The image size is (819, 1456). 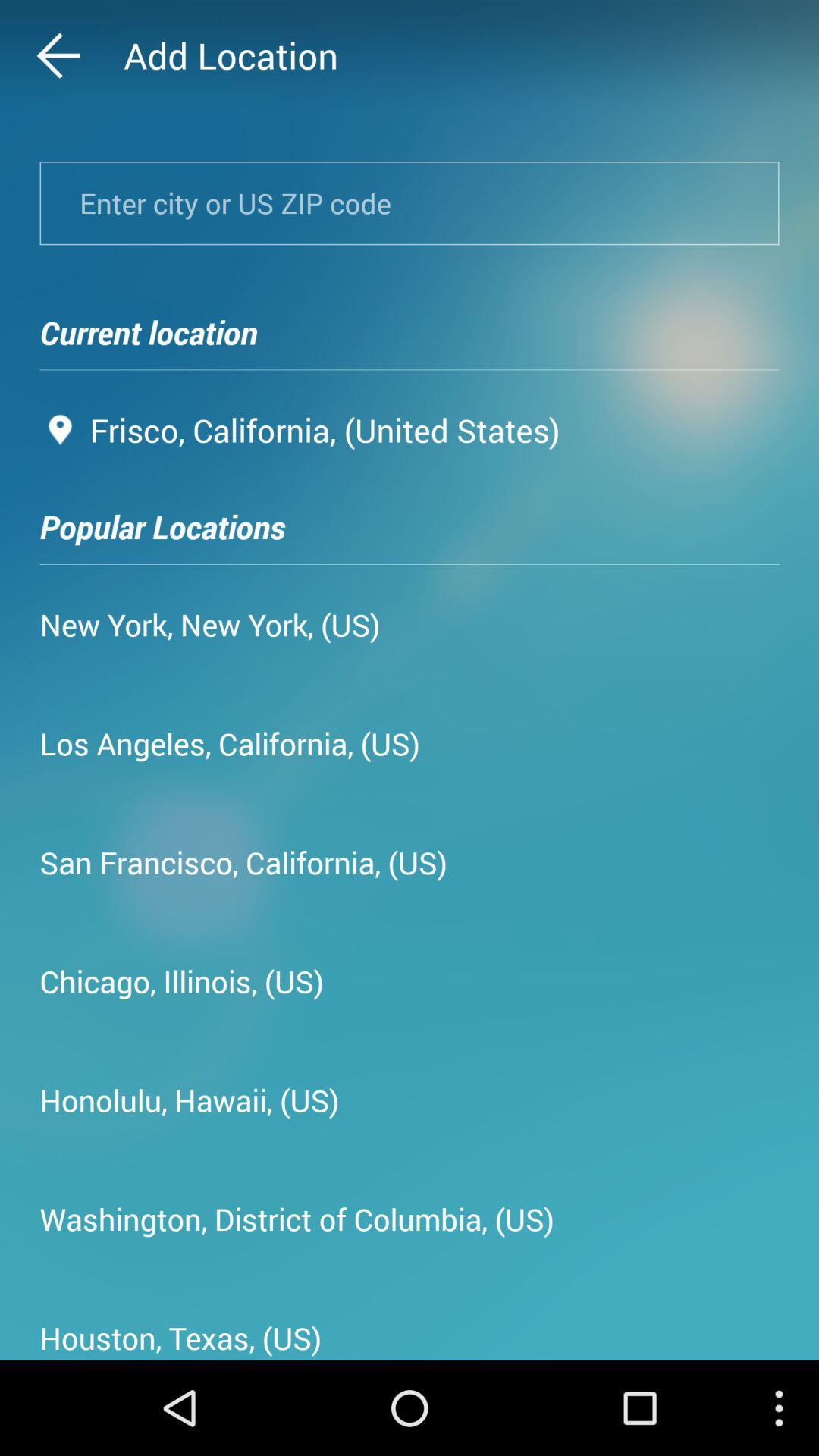 What do you see at coordinates (180, 1332) in the screenshot?
I see `the houston, texas, (us) item` at bounding box center [180, 1332].